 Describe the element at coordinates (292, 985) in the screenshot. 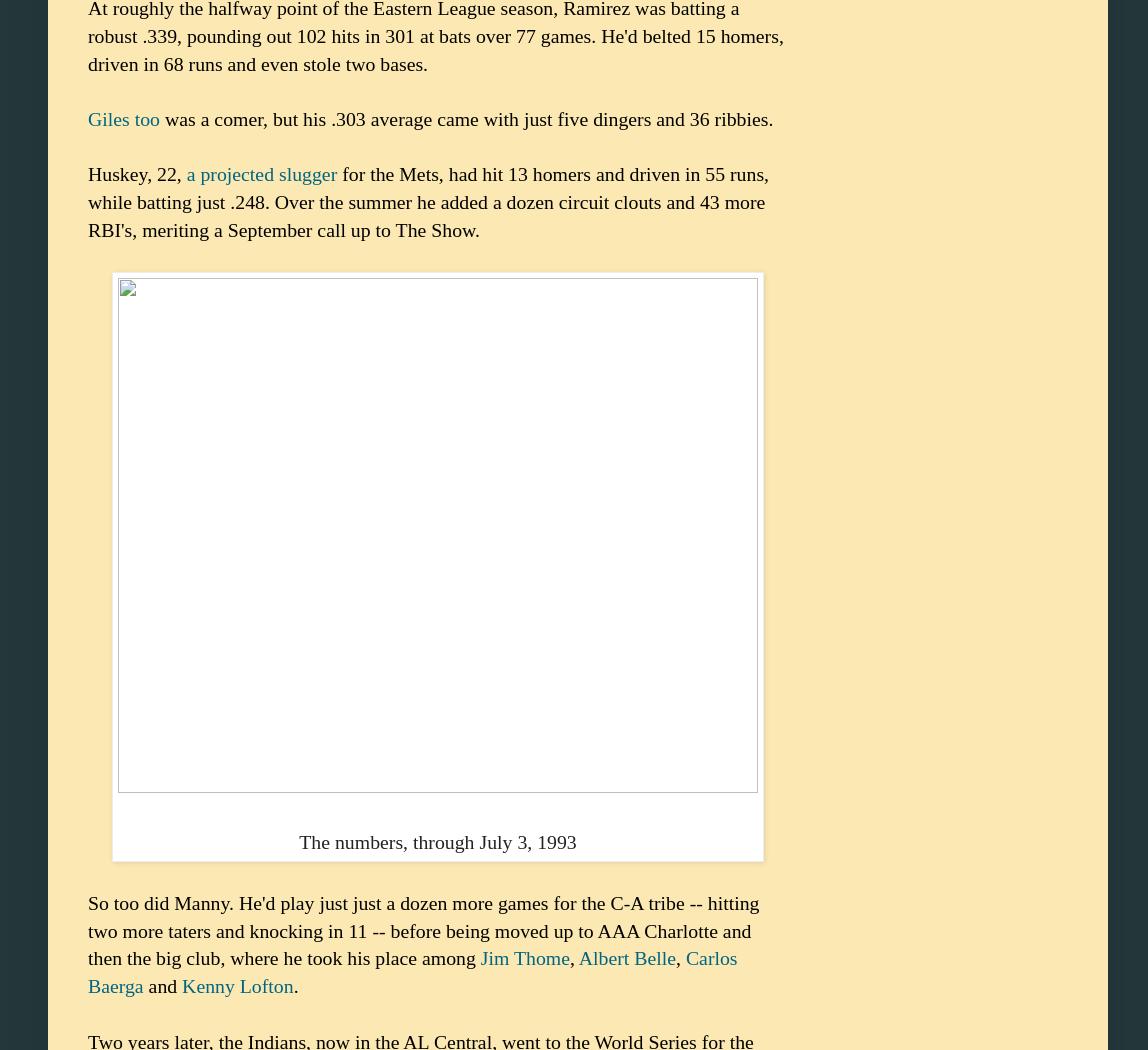

I see `'.'` at that location.